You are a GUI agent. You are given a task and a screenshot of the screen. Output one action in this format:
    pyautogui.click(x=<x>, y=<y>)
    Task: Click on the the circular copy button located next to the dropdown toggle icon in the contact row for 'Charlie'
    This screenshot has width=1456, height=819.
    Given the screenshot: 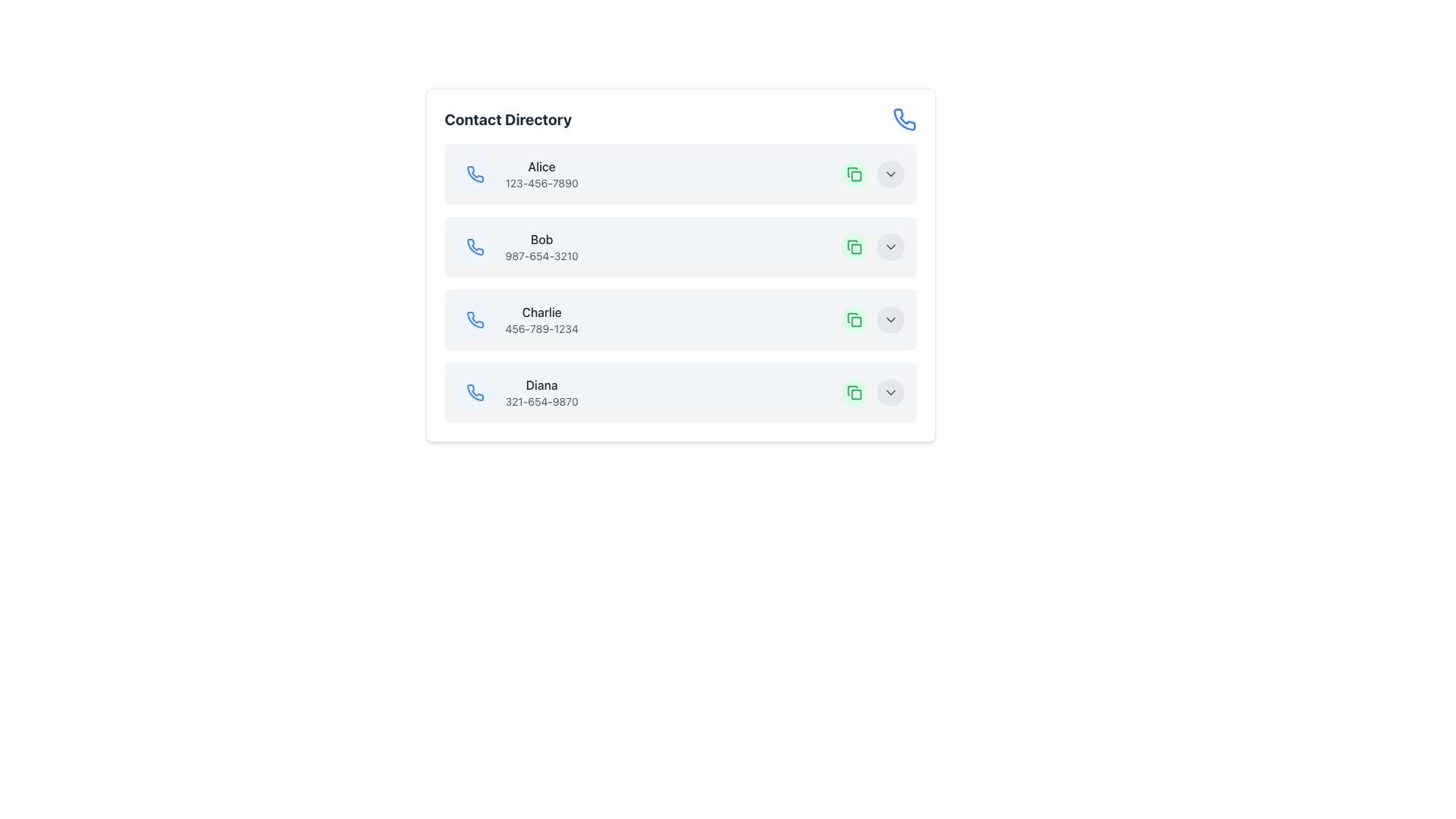 What is the action you would take?
    pyautogui.click(x=854, y=318)
    